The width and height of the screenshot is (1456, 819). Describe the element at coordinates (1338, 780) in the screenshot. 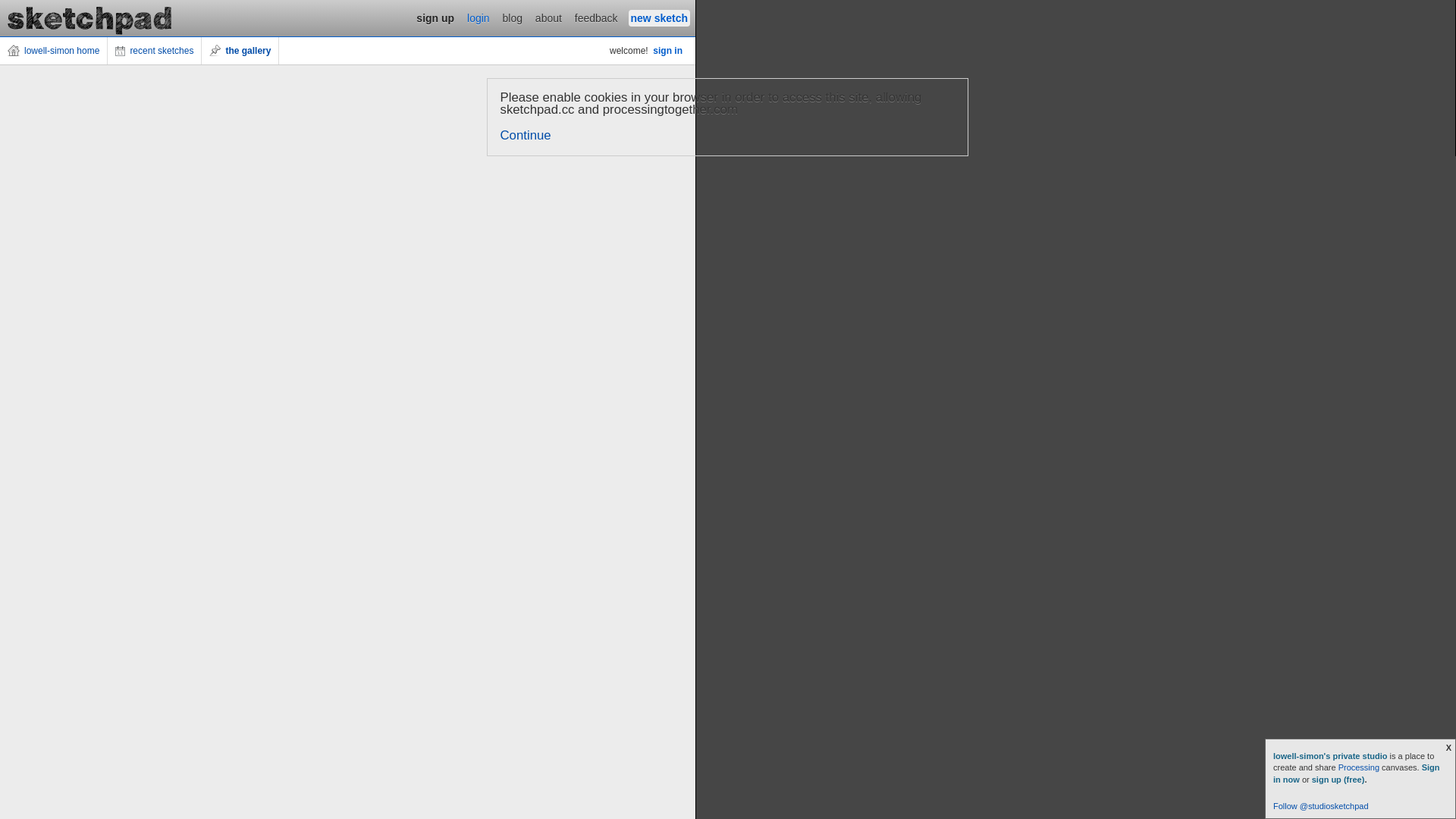

I see `'sign up (free)'` at that location.